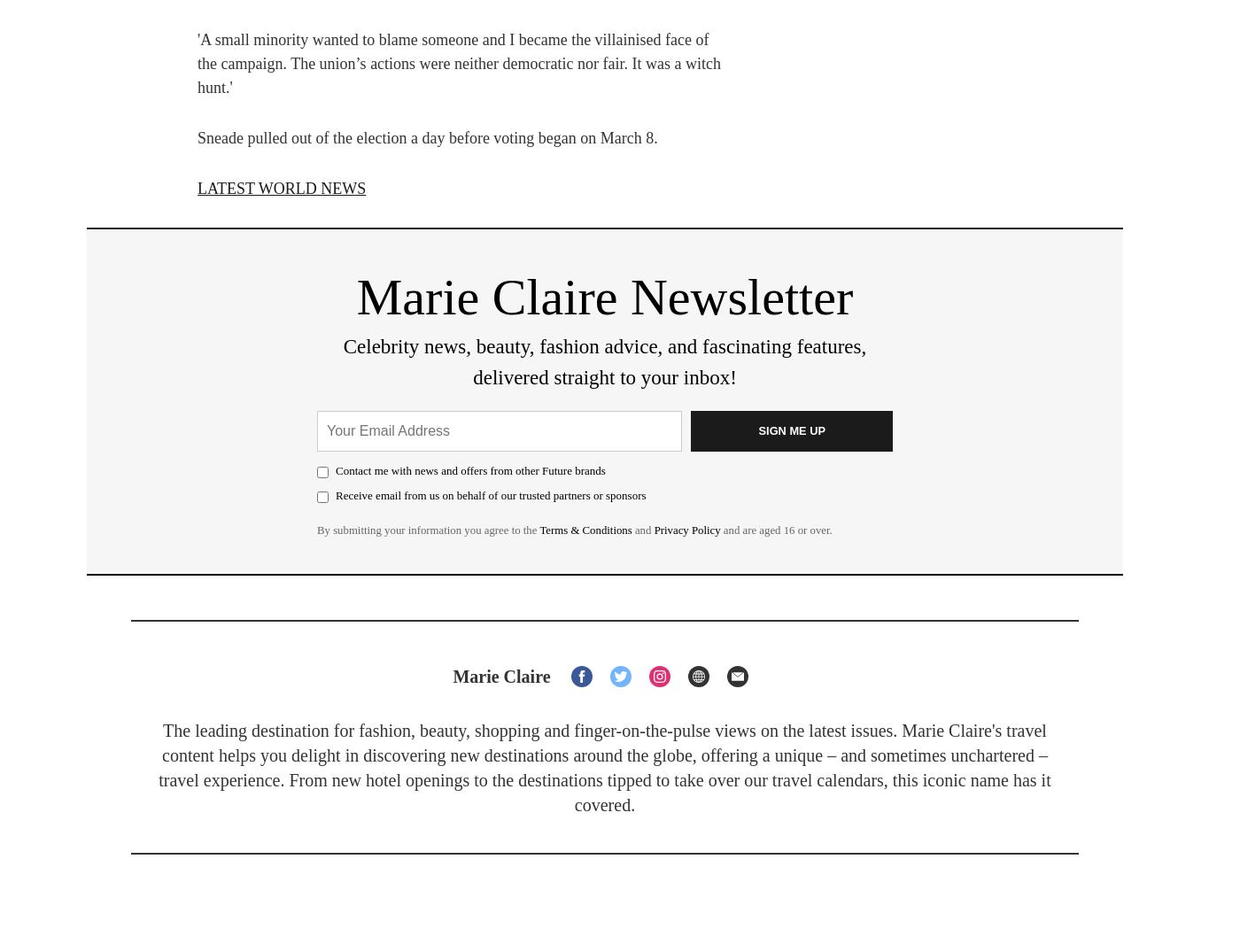 The image size is (1240, 952). I want to click on 'Privacy Policy', so click(686, 529).